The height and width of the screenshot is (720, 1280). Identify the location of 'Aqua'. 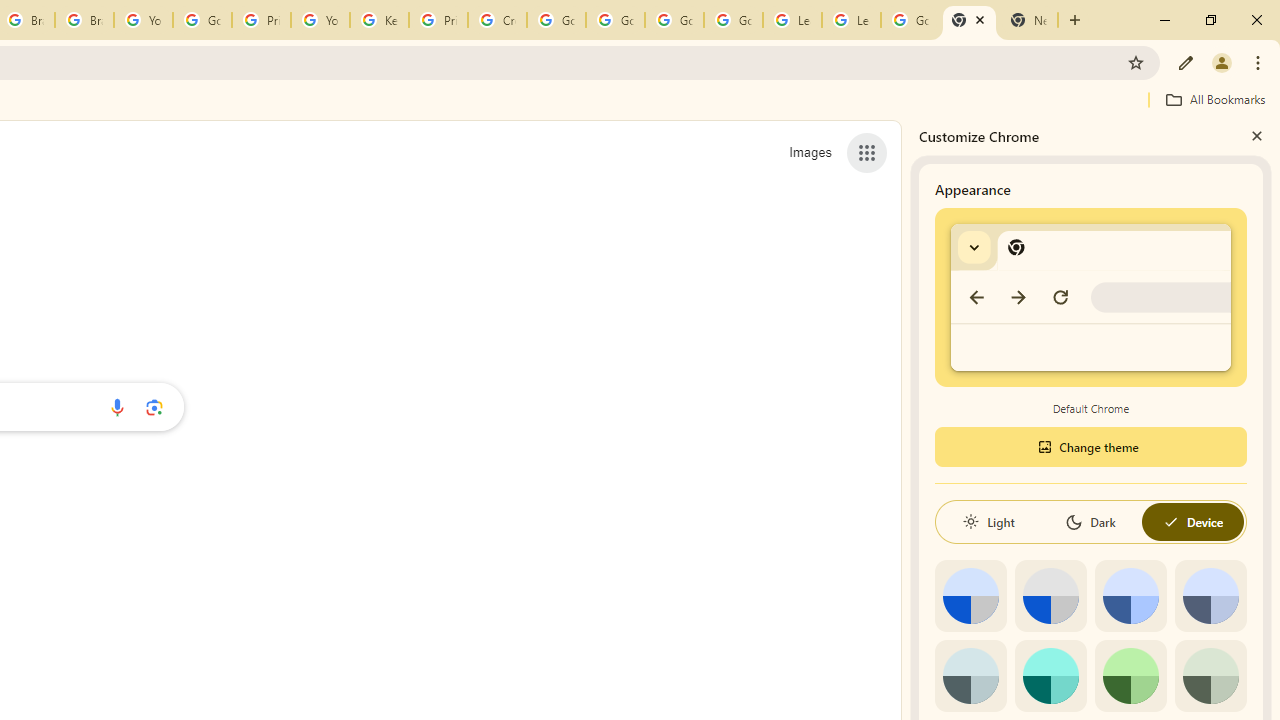
(1049, 675).